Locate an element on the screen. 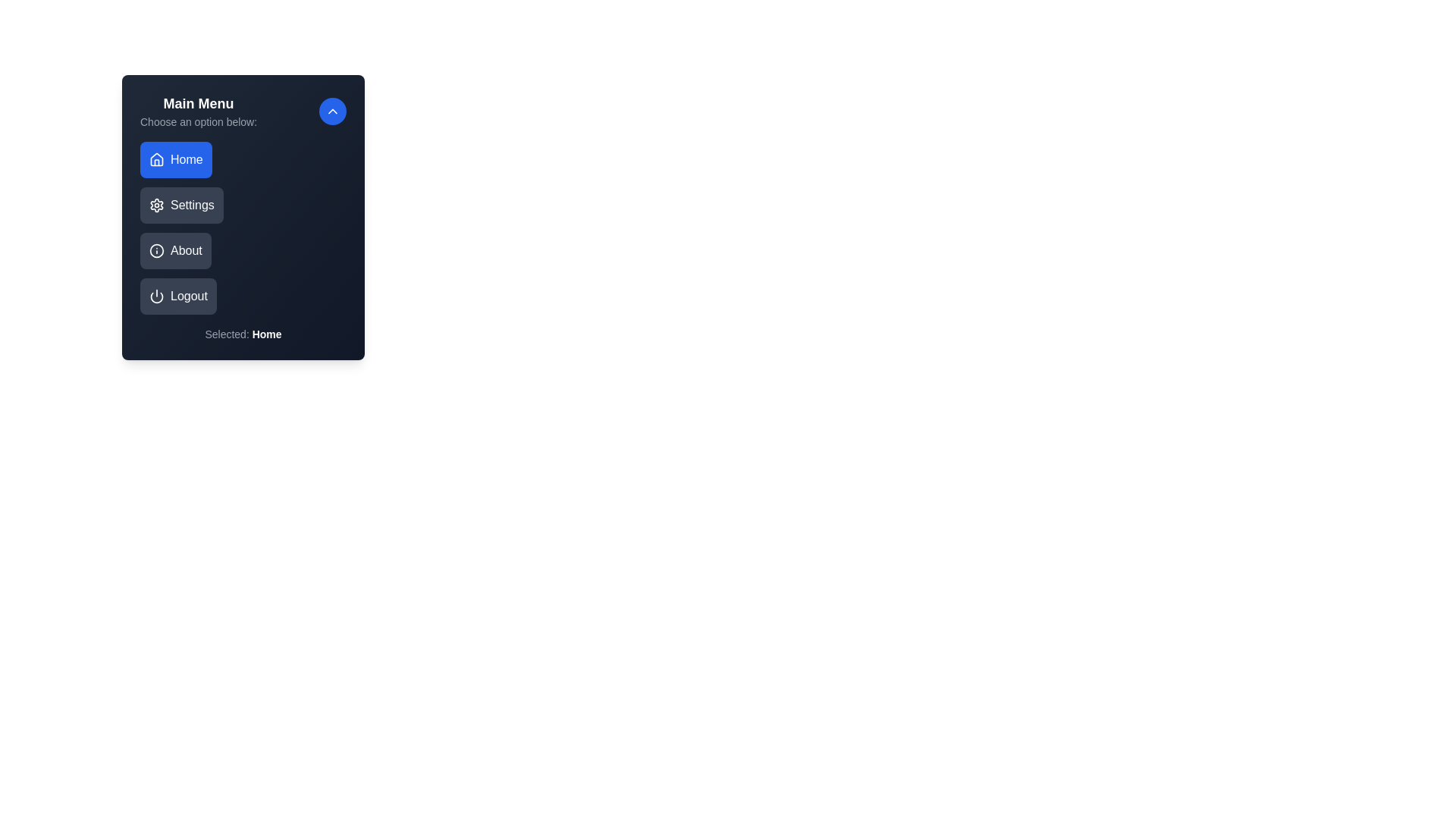 The image size is (1456, 819). the settings button, which is the second option in the vertical menu list is located at coordinates (182, 205).